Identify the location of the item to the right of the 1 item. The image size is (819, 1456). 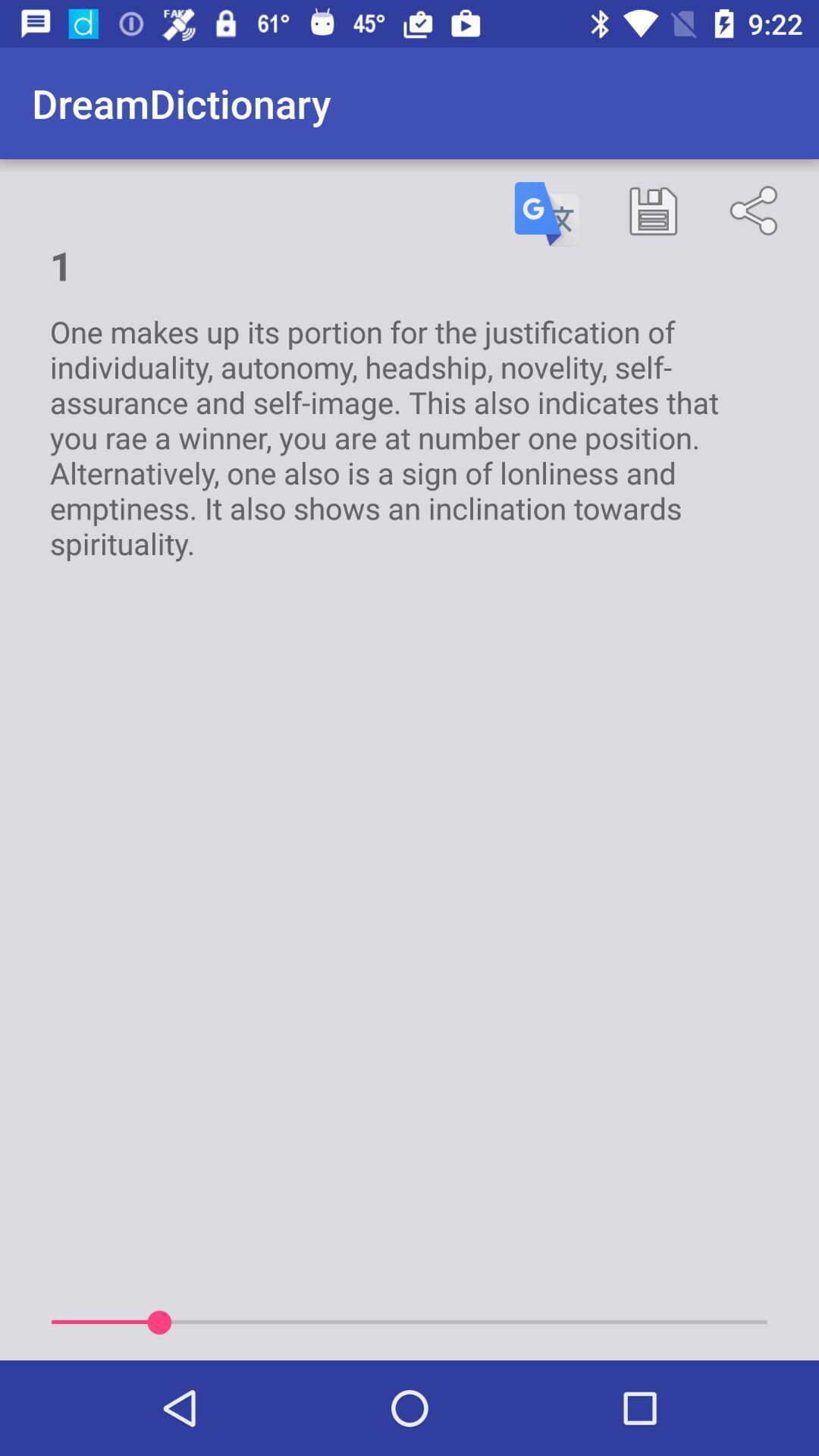
(547, 213).